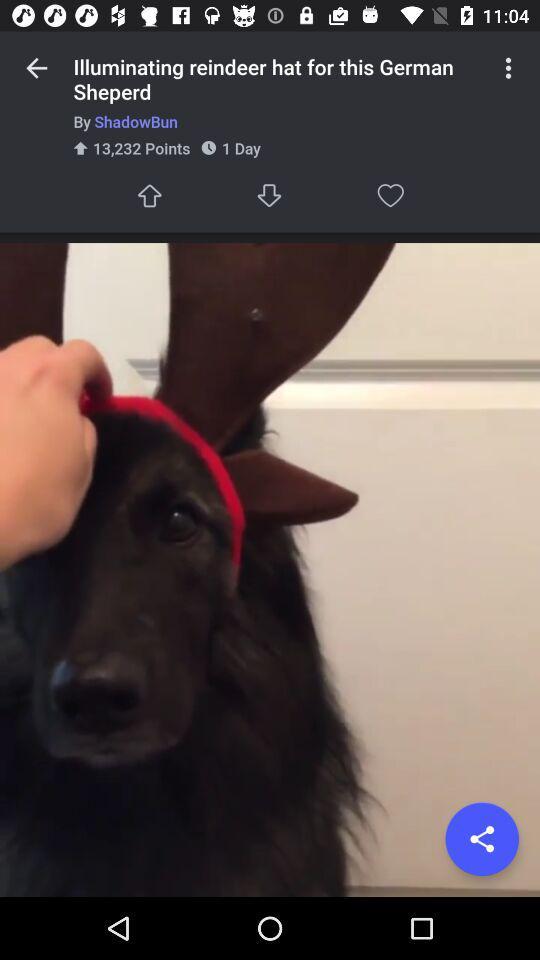 Image resolution: width=540 pixels, height=960 pixels. What do you see at coordinates (148, 195) in the screenshot?
I see `the arrow_upward icon` at bounding box center [148, 195].